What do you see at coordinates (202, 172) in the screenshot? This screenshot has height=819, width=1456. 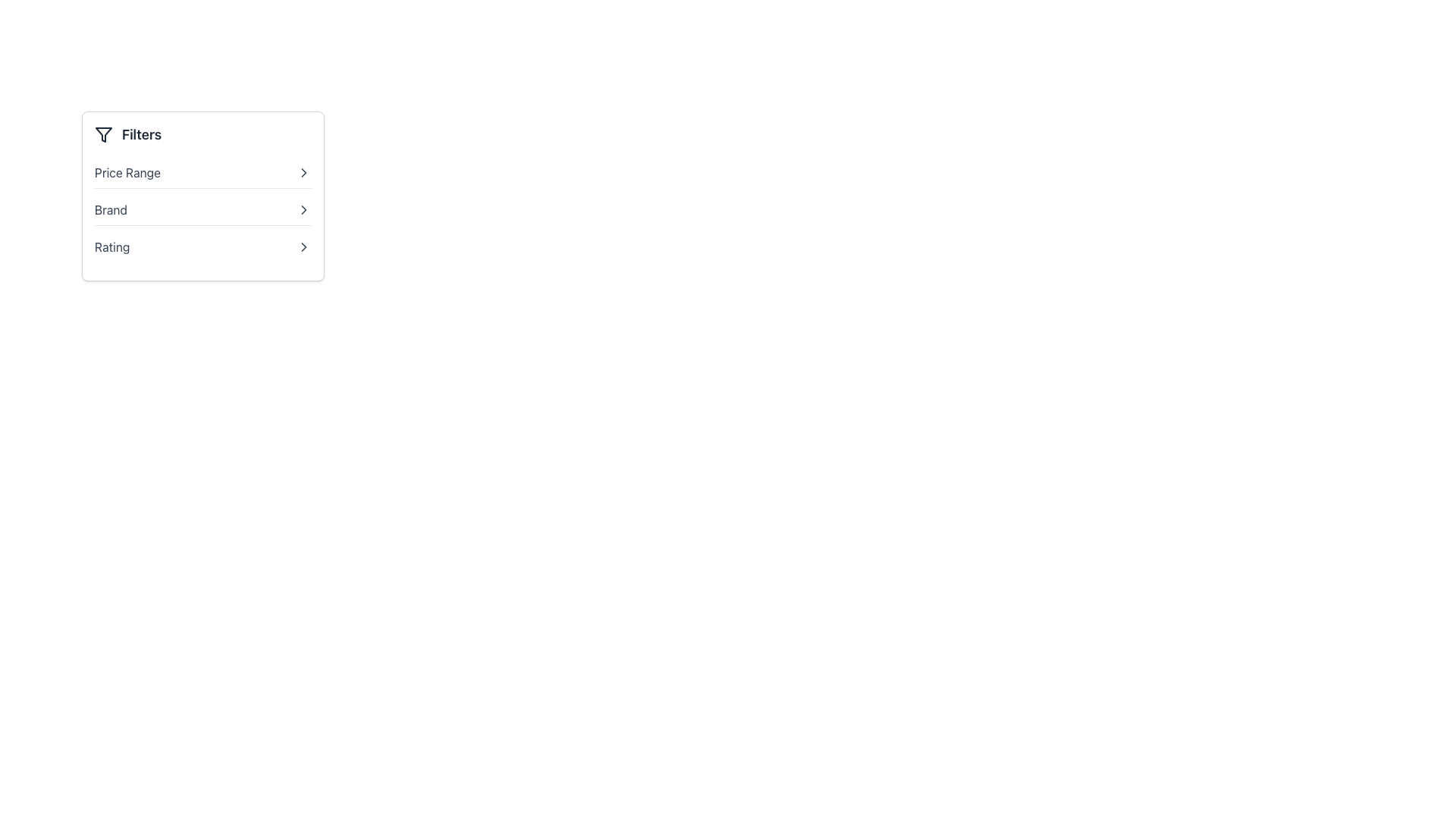 I see `the 'Price Range' clickable list item in the filter menu` at bounding box center [202, 172].